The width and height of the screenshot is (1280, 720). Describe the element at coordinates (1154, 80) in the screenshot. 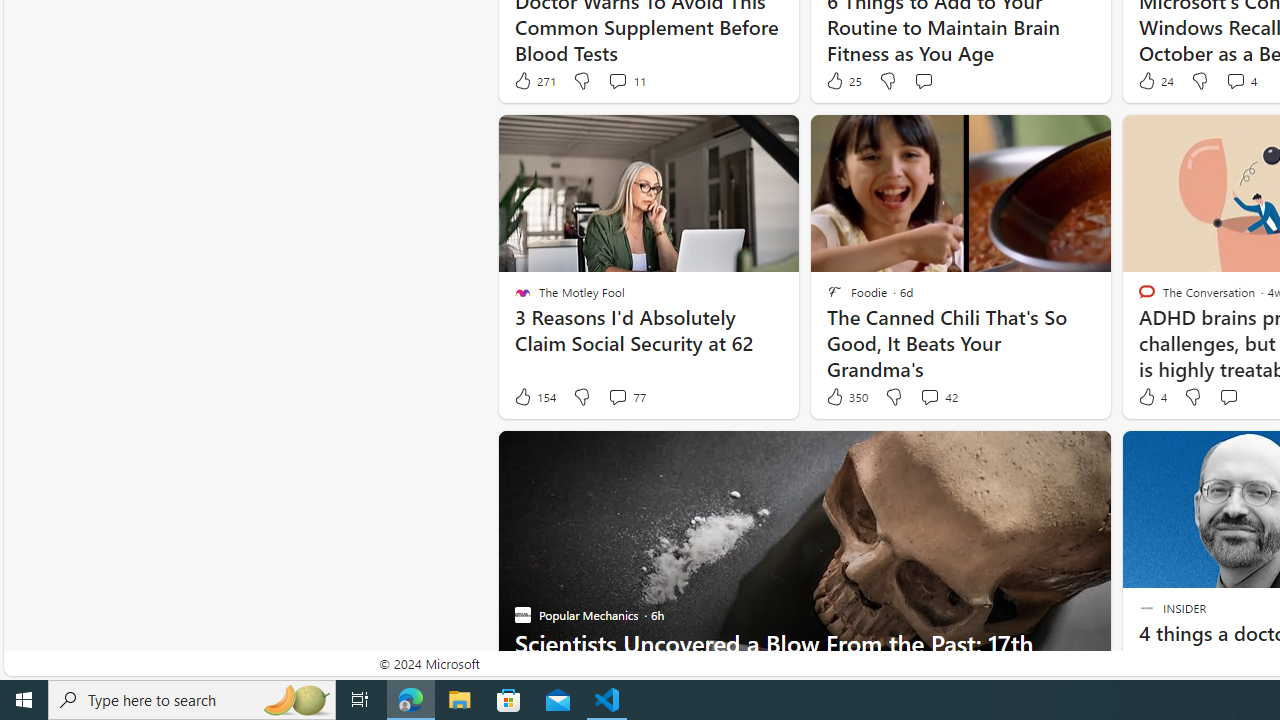

I see `'24 Like'` at that location.